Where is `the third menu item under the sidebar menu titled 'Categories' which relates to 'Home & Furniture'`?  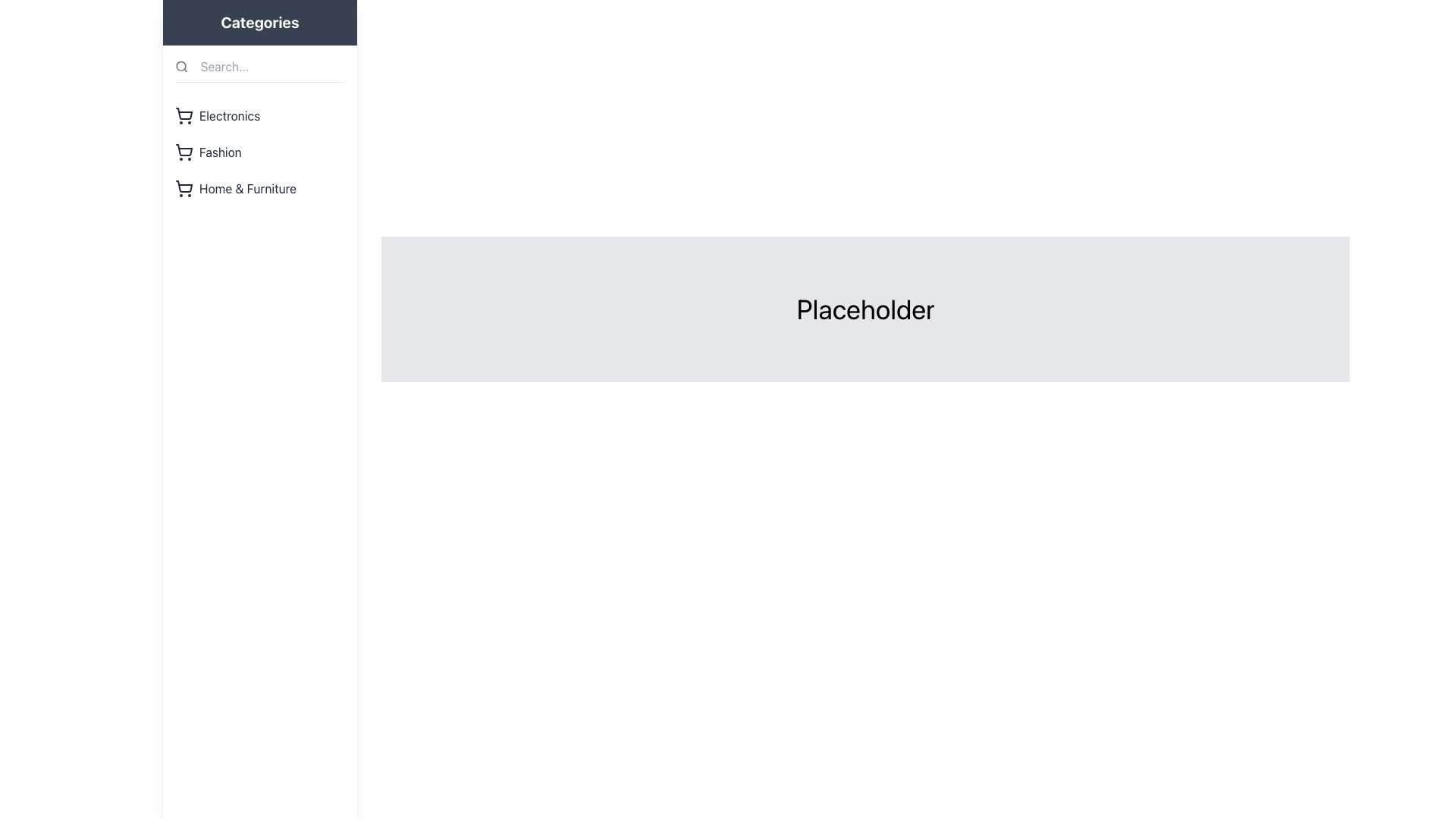 the third menu item under the sidebar menu titled 'Categories' which relates to 'Home & Furniture' is located at coordinates (259, 188).